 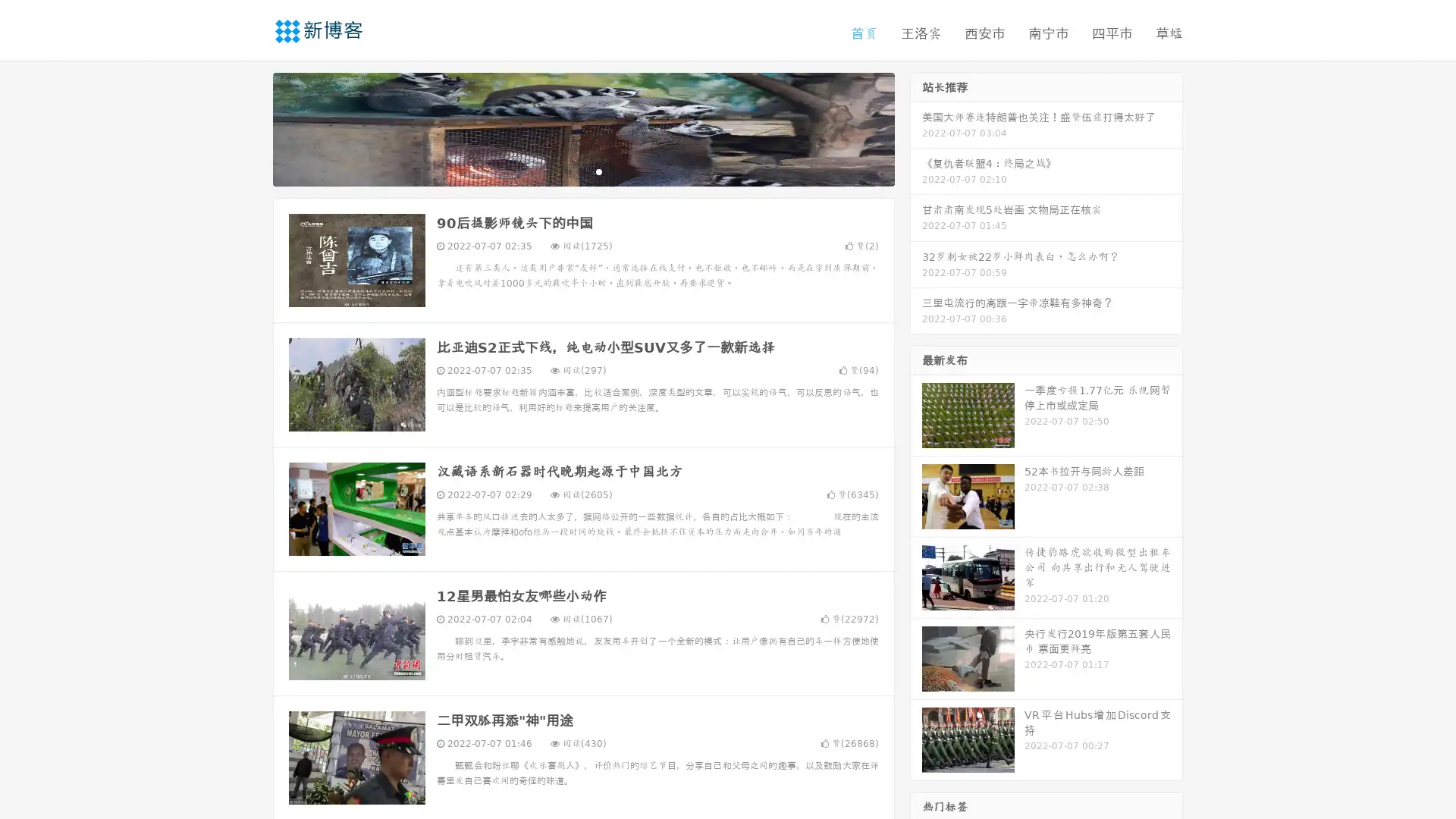 I want to click on Previous slide, so click(x=250, y=127).